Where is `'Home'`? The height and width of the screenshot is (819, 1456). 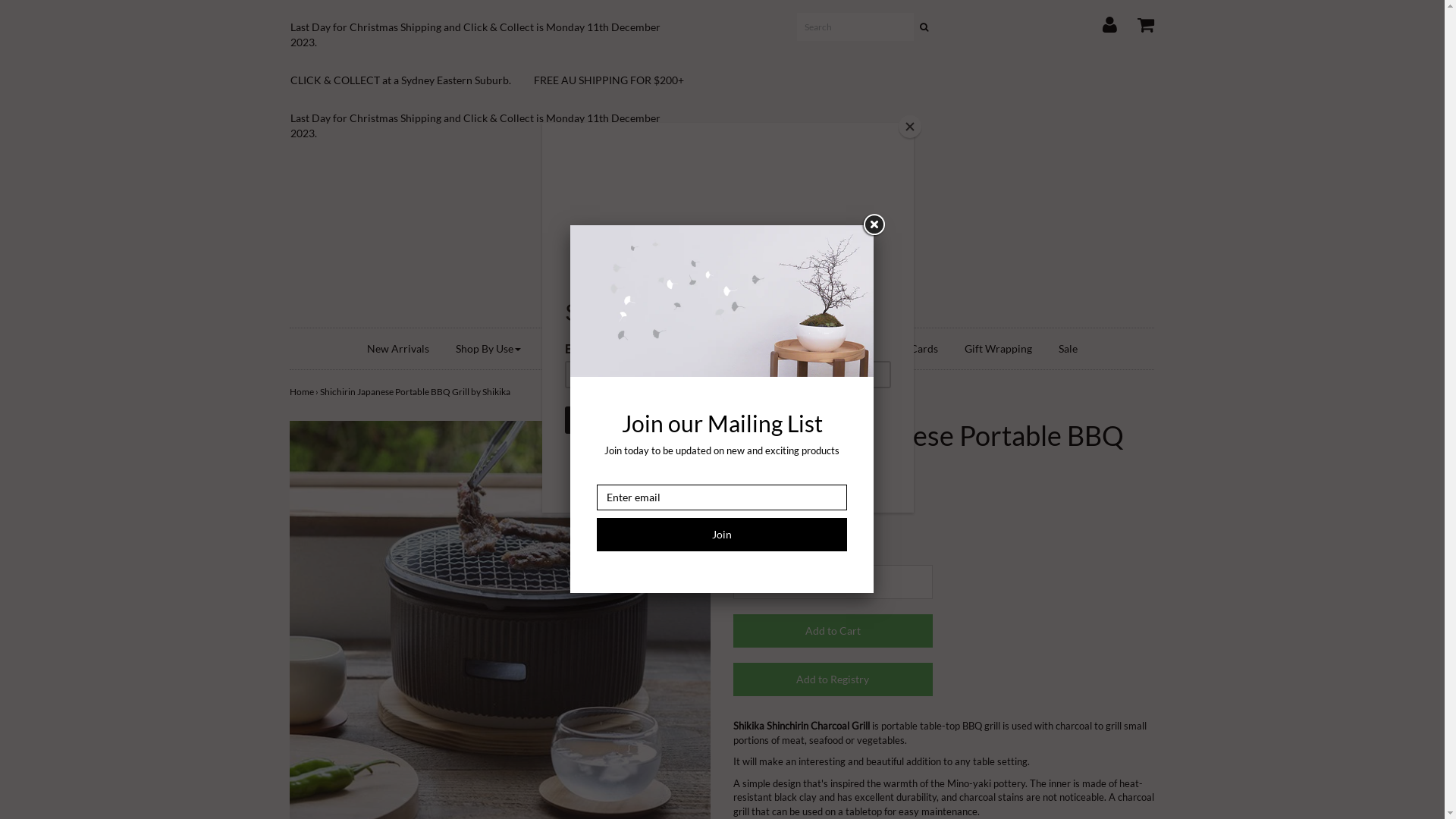
'Home' is located at coordinates (720, 240).